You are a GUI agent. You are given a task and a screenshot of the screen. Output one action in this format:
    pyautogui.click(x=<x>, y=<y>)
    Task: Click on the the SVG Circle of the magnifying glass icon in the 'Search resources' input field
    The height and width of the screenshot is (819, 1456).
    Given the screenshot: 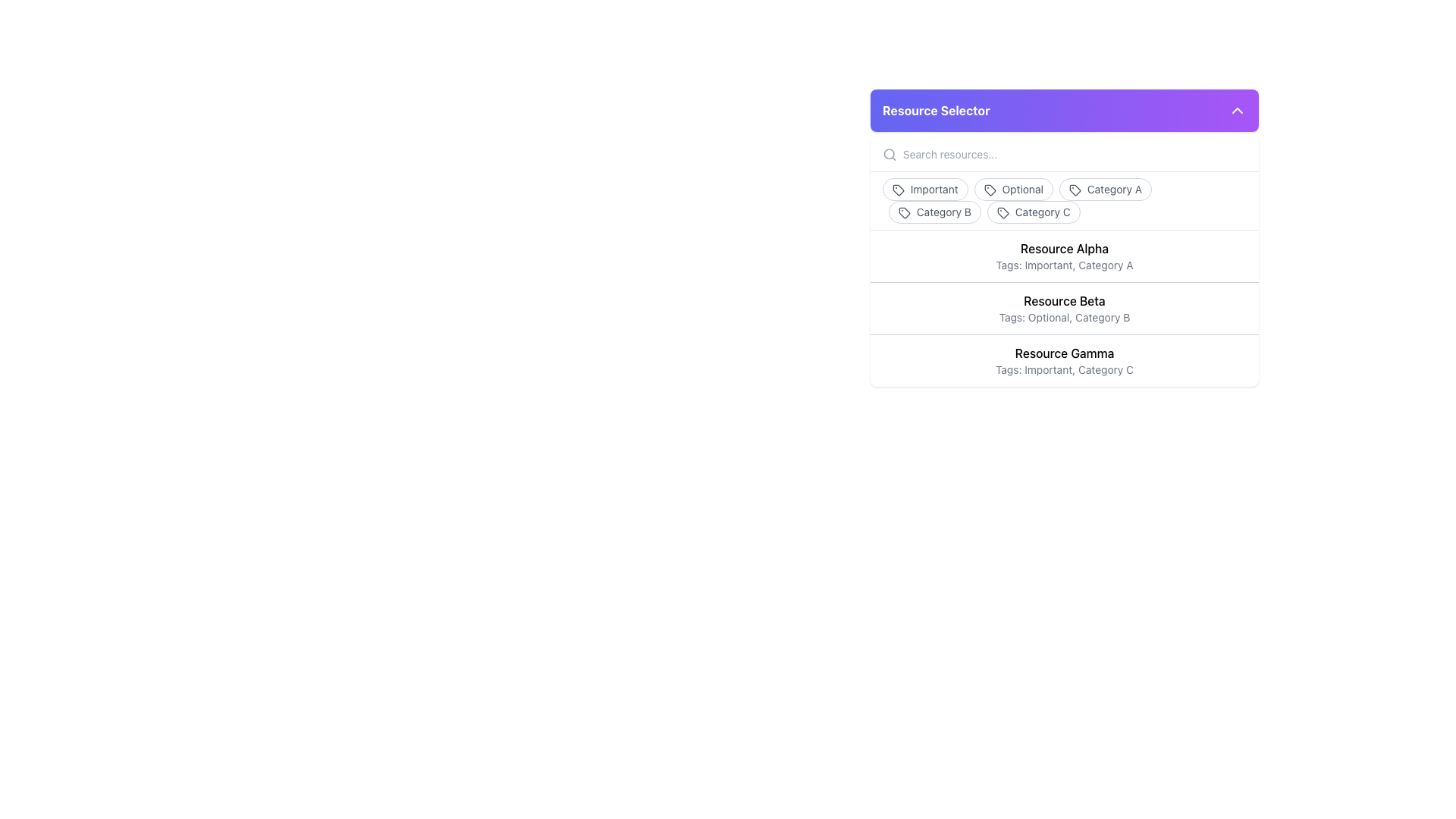 What is the action you would take?
    pyautogui.click(x=889, y=154)
    